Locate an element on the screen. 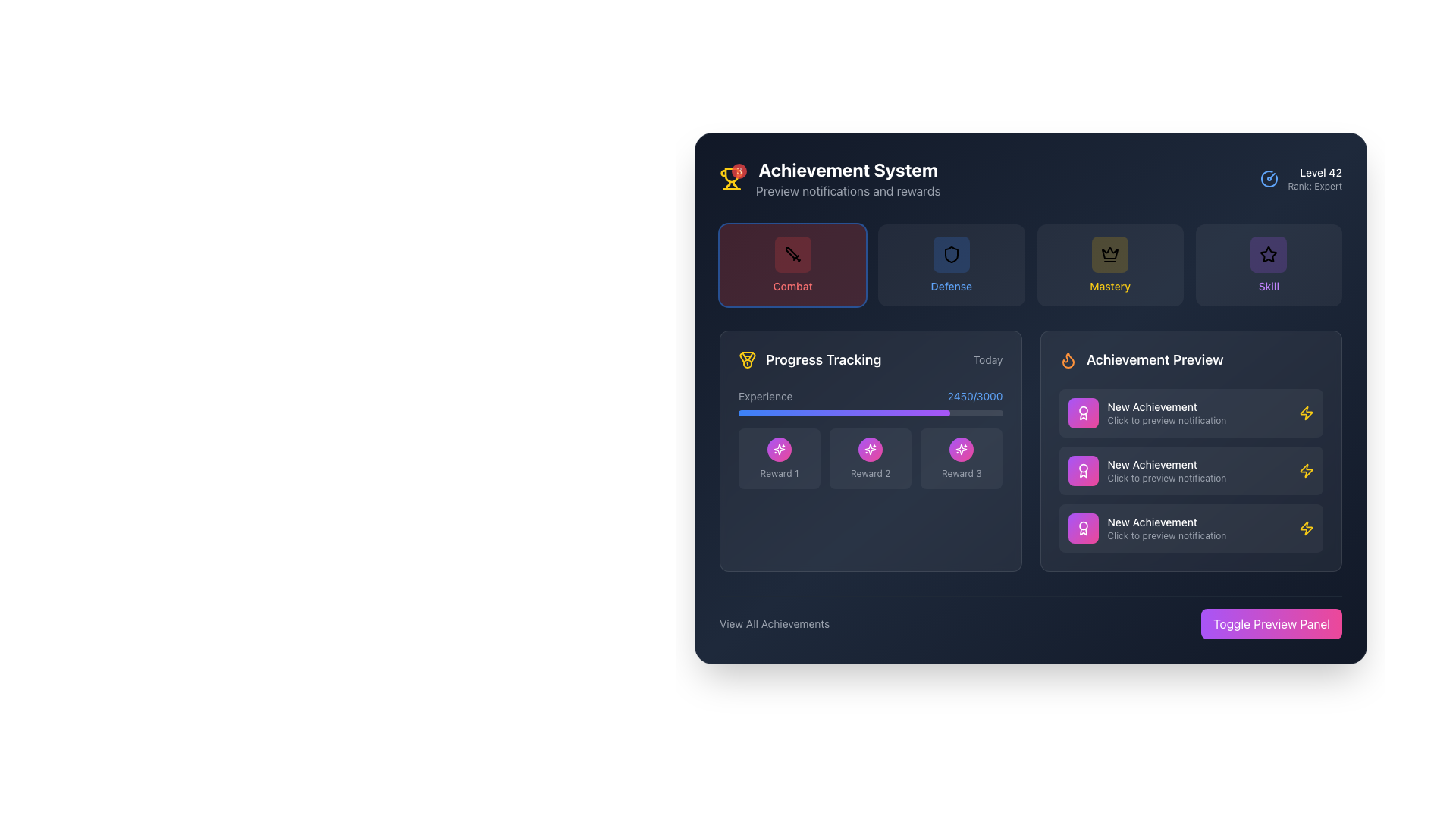 The height and width of the screenshot is (819, 1456). the flame-shaped icon, which is orange and positioned to the left of the text 'Achievement Preview' is located at coordinates (1067, 359).